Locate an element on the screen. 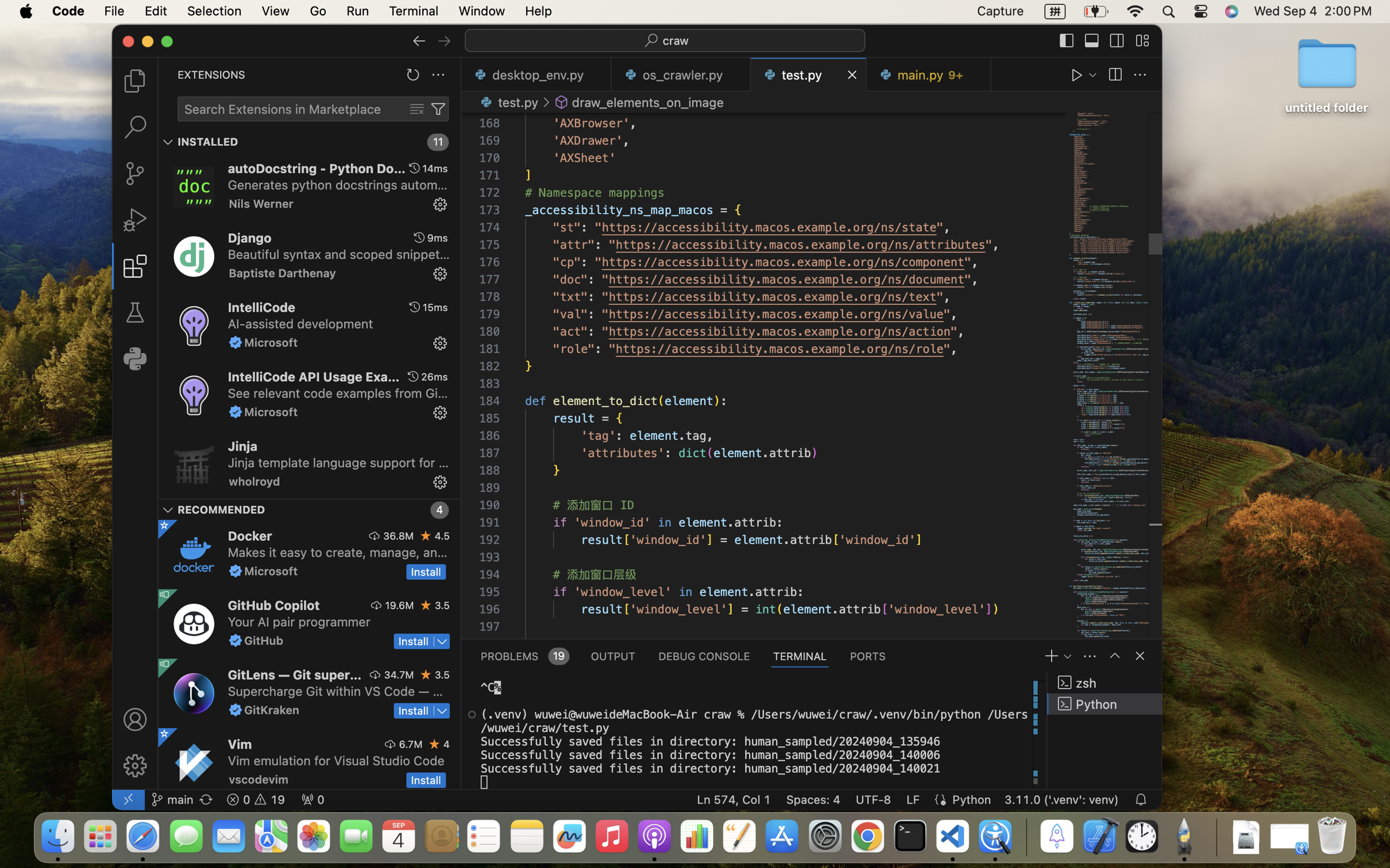  'autoDocstring - Python Docstring Generator' is located at coordinates (316, 168).